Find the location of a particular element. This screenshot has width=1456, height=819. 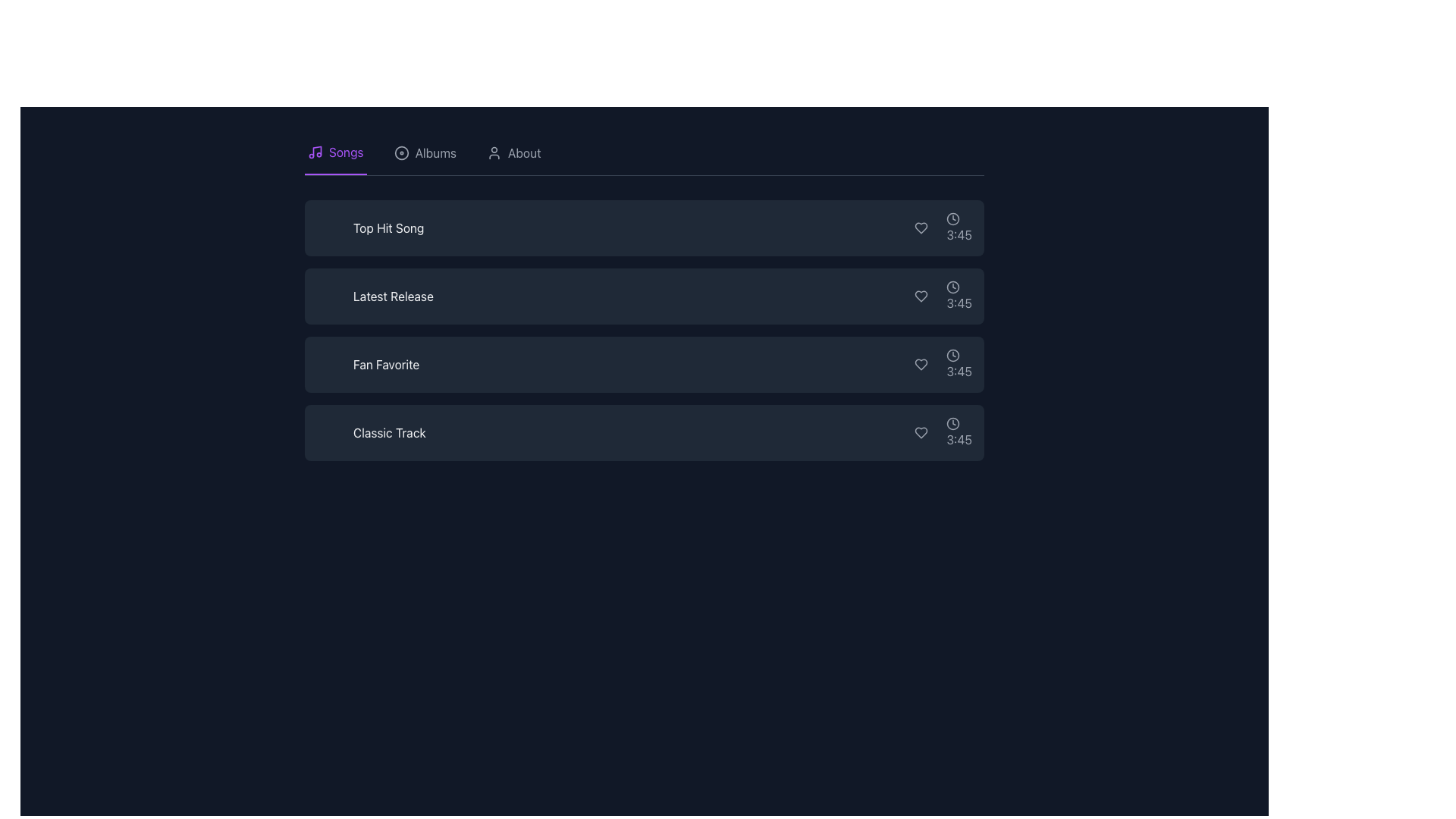

the second song item is located at coordinates (644, 329).